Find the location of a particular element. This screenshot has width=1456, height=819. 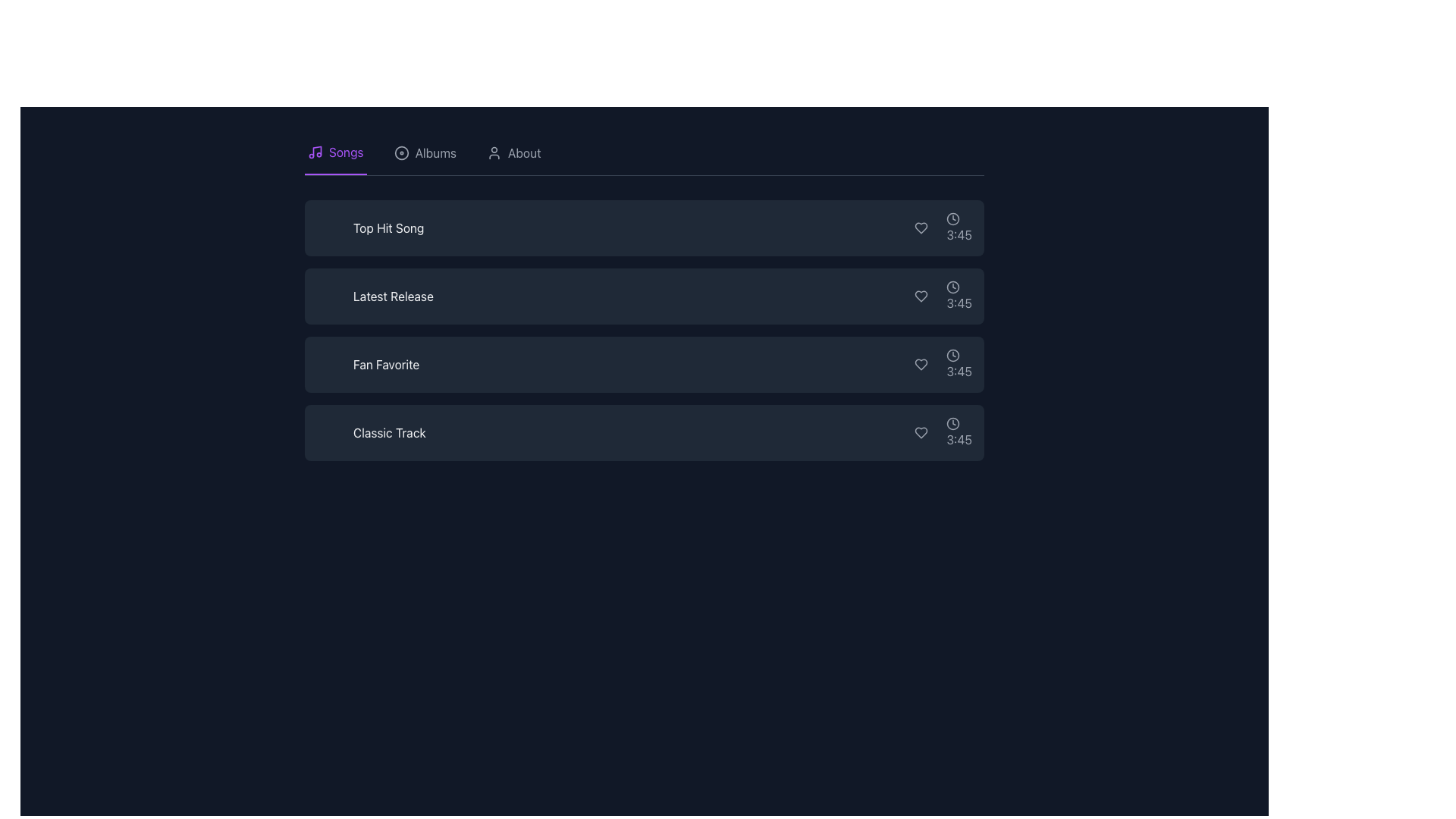

the second song item is located at coordinates (644, 329).